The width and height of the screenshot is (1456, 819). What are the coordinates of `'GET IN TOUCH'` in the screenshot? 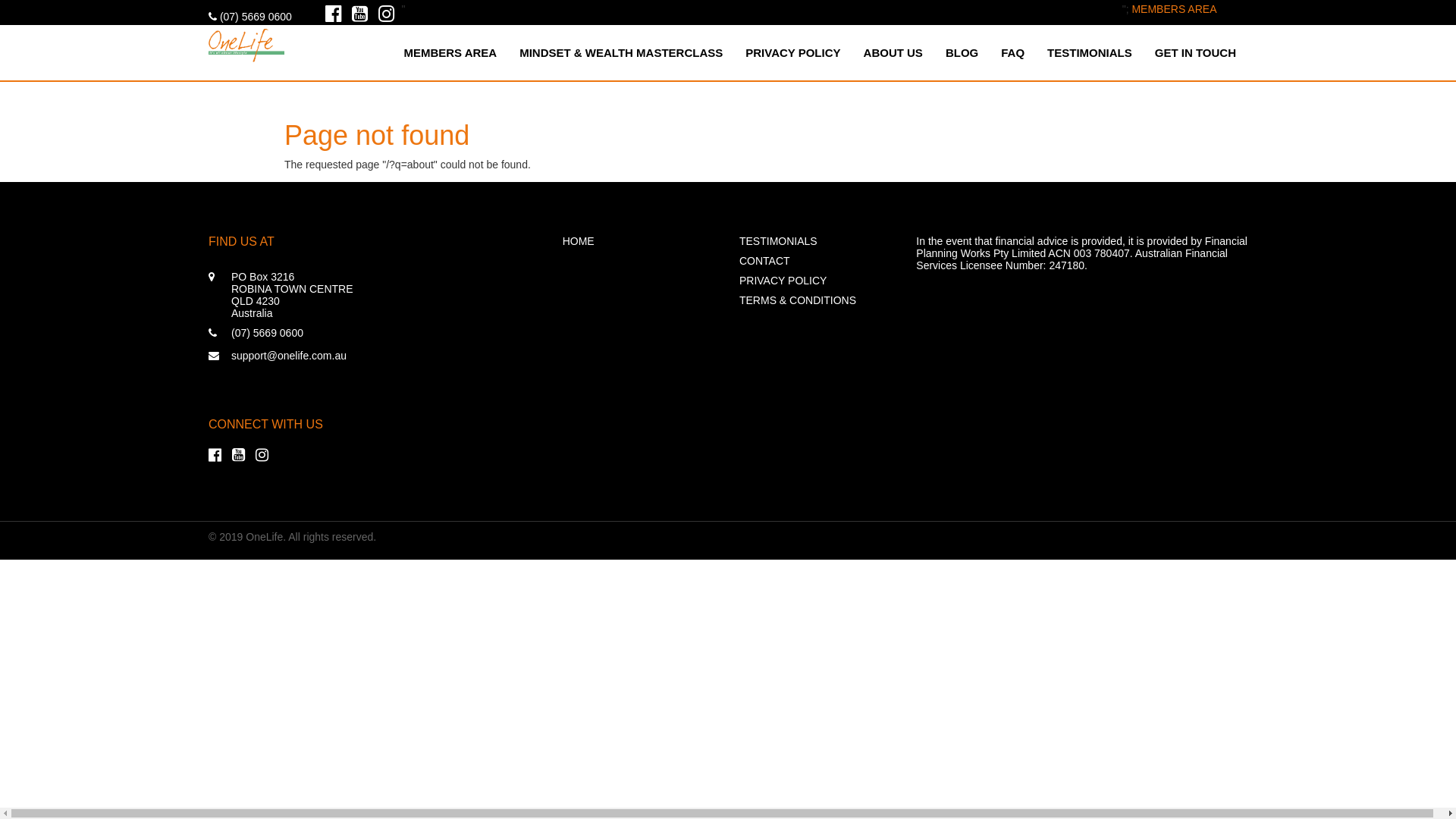 It's located at (1194, 52).